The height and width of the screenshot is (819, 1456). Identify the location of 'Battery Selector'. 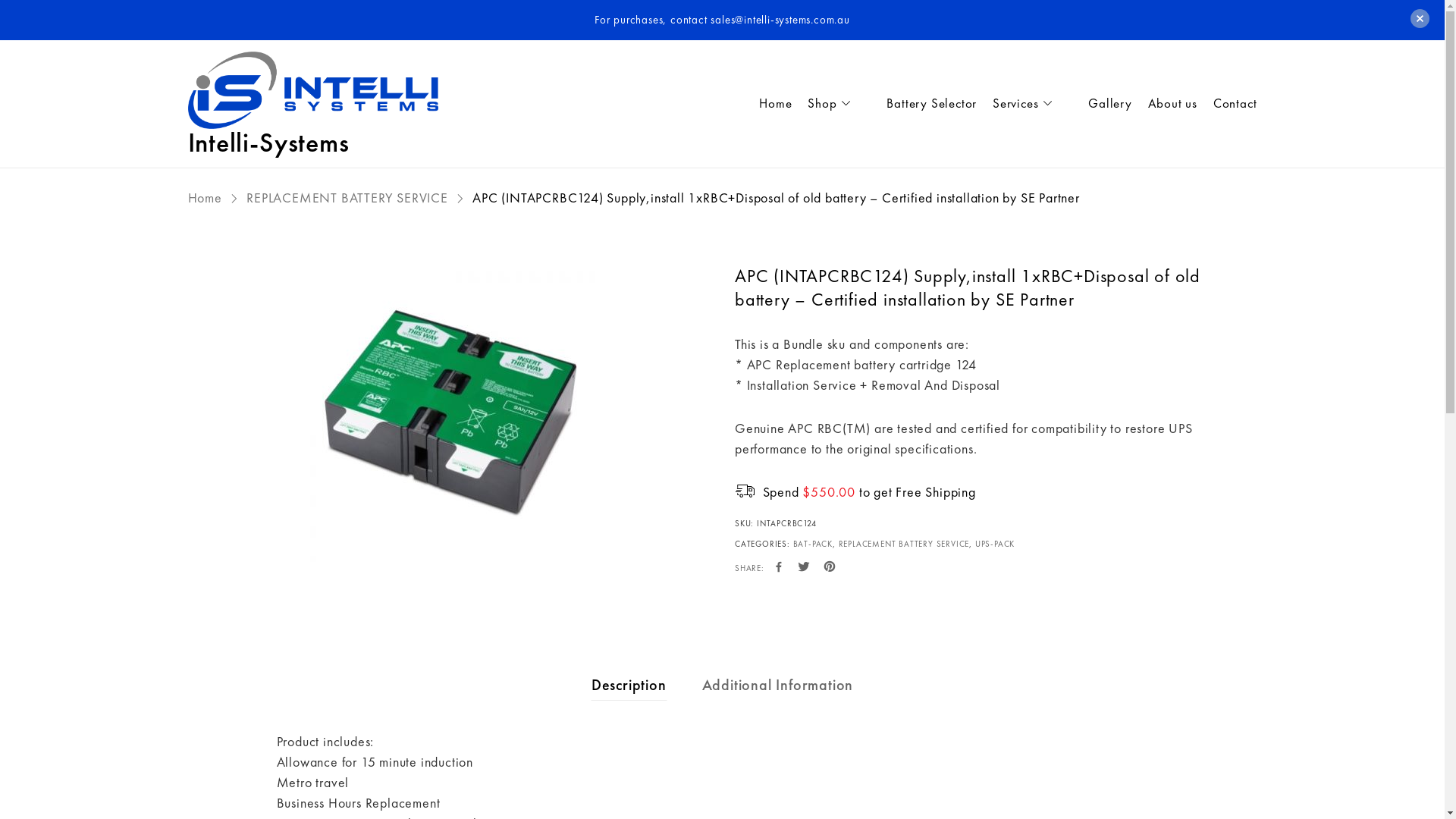
(871, 103).